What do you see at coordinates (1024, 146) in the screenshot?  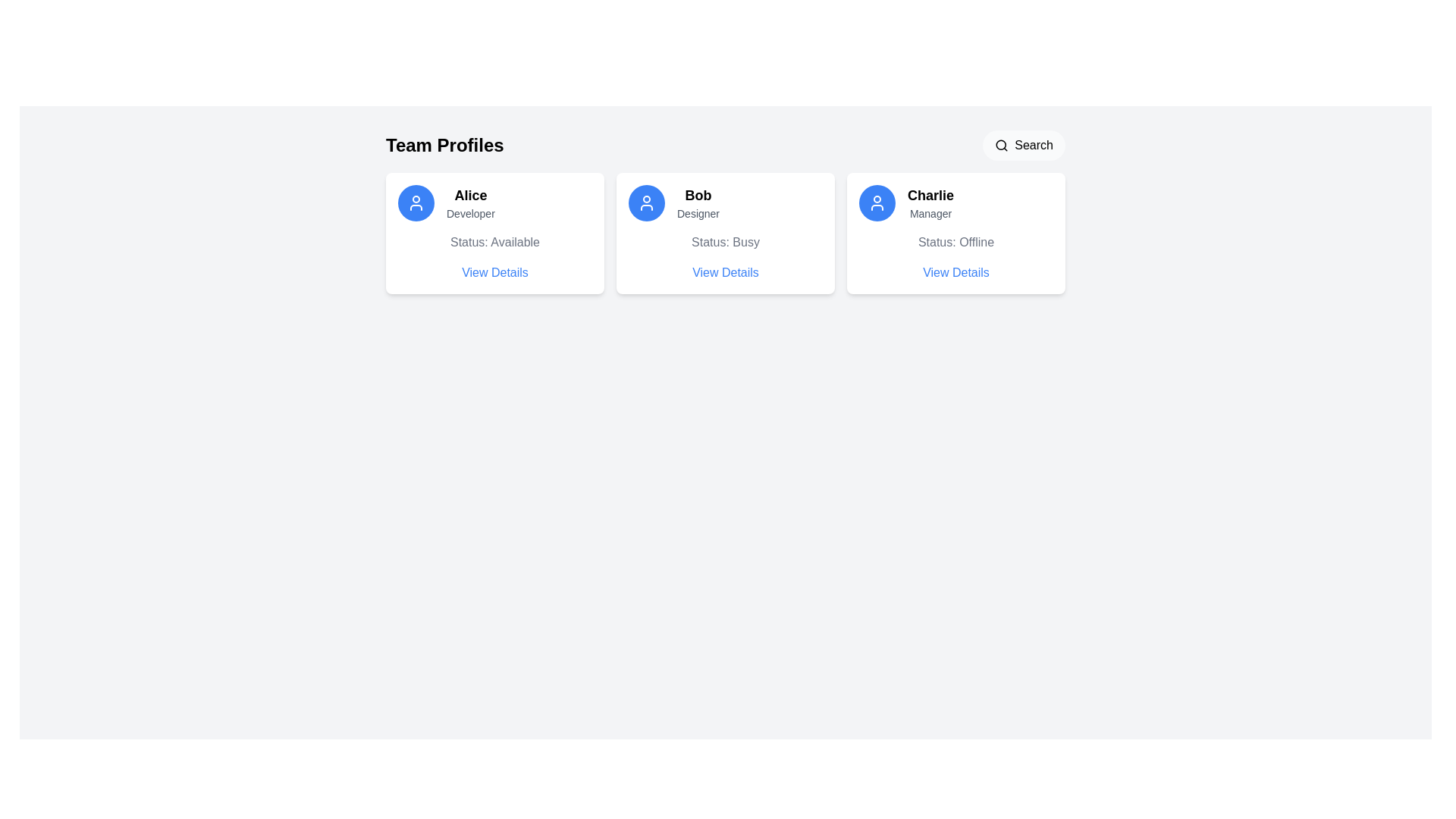 I see `the 'Search' button with a light gray background and a magnifying glass icon located in the top-right section of the 'Team Profiles' header` at bounding box center [1024, 146].